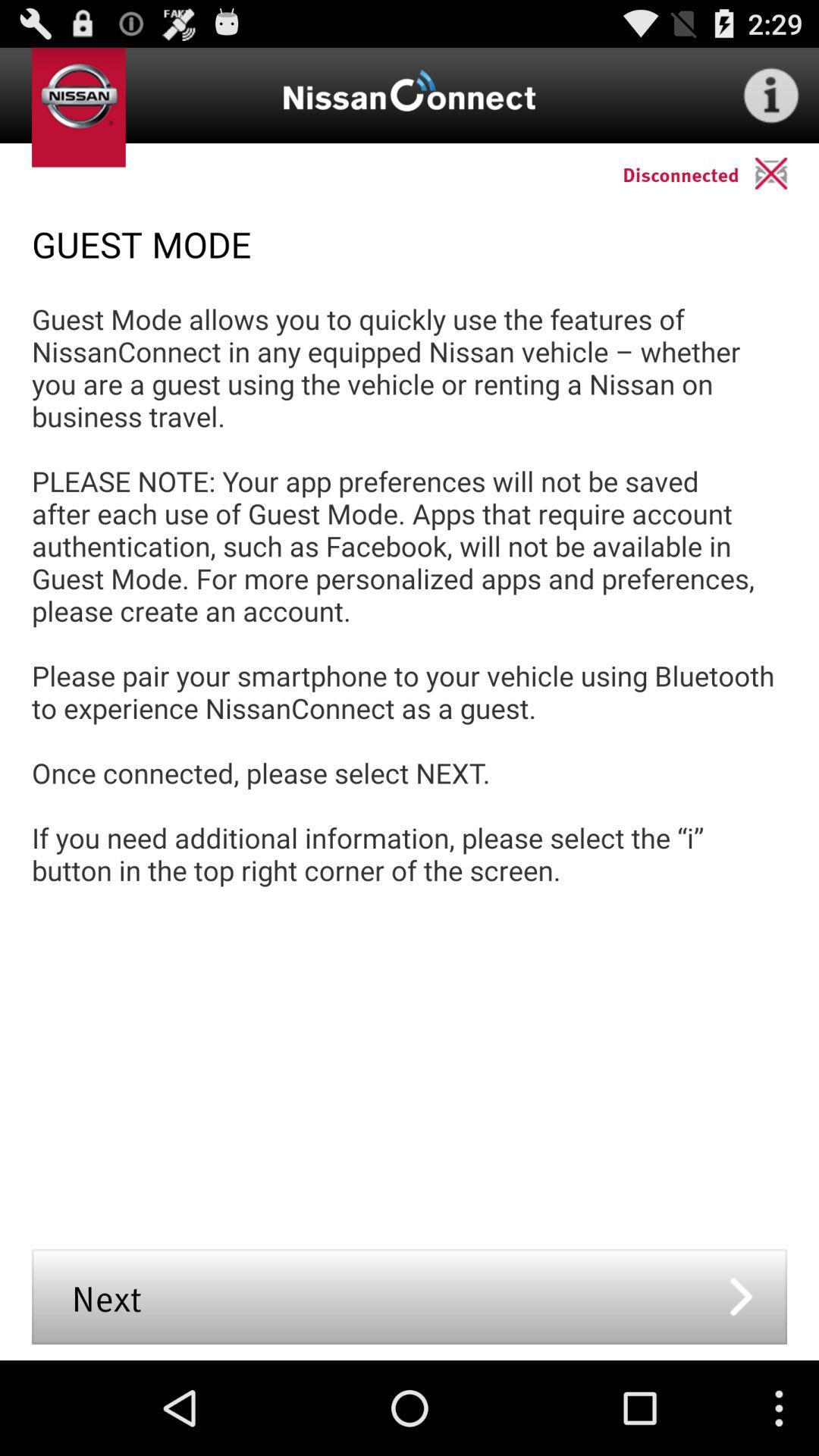 This screenshot has height=1456, width=819. What do you see at coordinates (786, 173) in the screenshot?
I see `the icon to the right of the disconnected` at bounding box center [786, 173].